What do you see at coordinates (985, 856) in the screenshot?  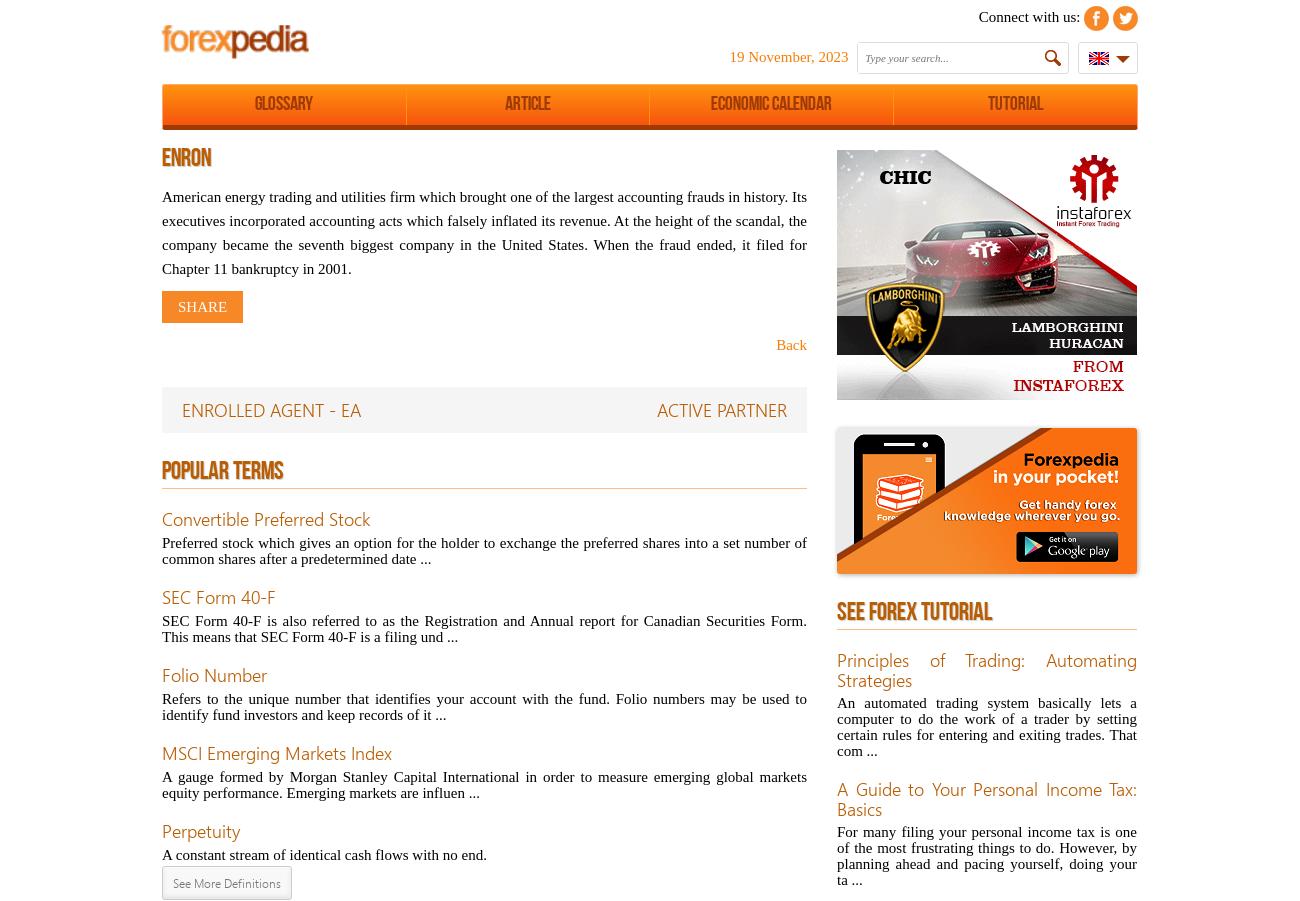 I see `'For many filing your personal income tax is one of the most frustrating things to do. However, by planning ahead and pacing yourself, doing your ta ...'` at bounding box center [985, 856].